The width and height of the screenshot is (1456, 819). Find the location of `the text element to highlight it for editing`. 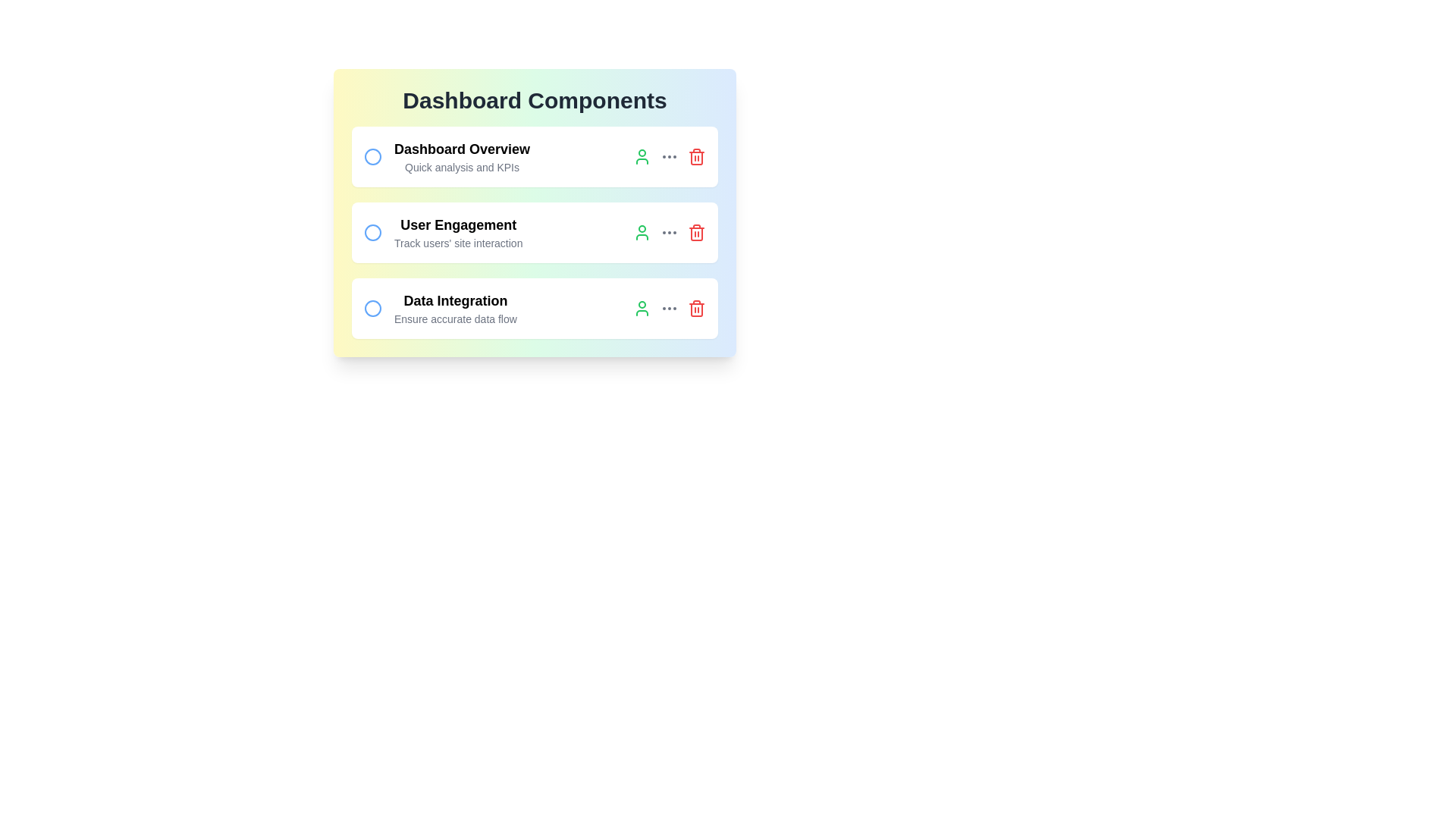

the text element to highlight it for editing is located at coordinates (461, 149).